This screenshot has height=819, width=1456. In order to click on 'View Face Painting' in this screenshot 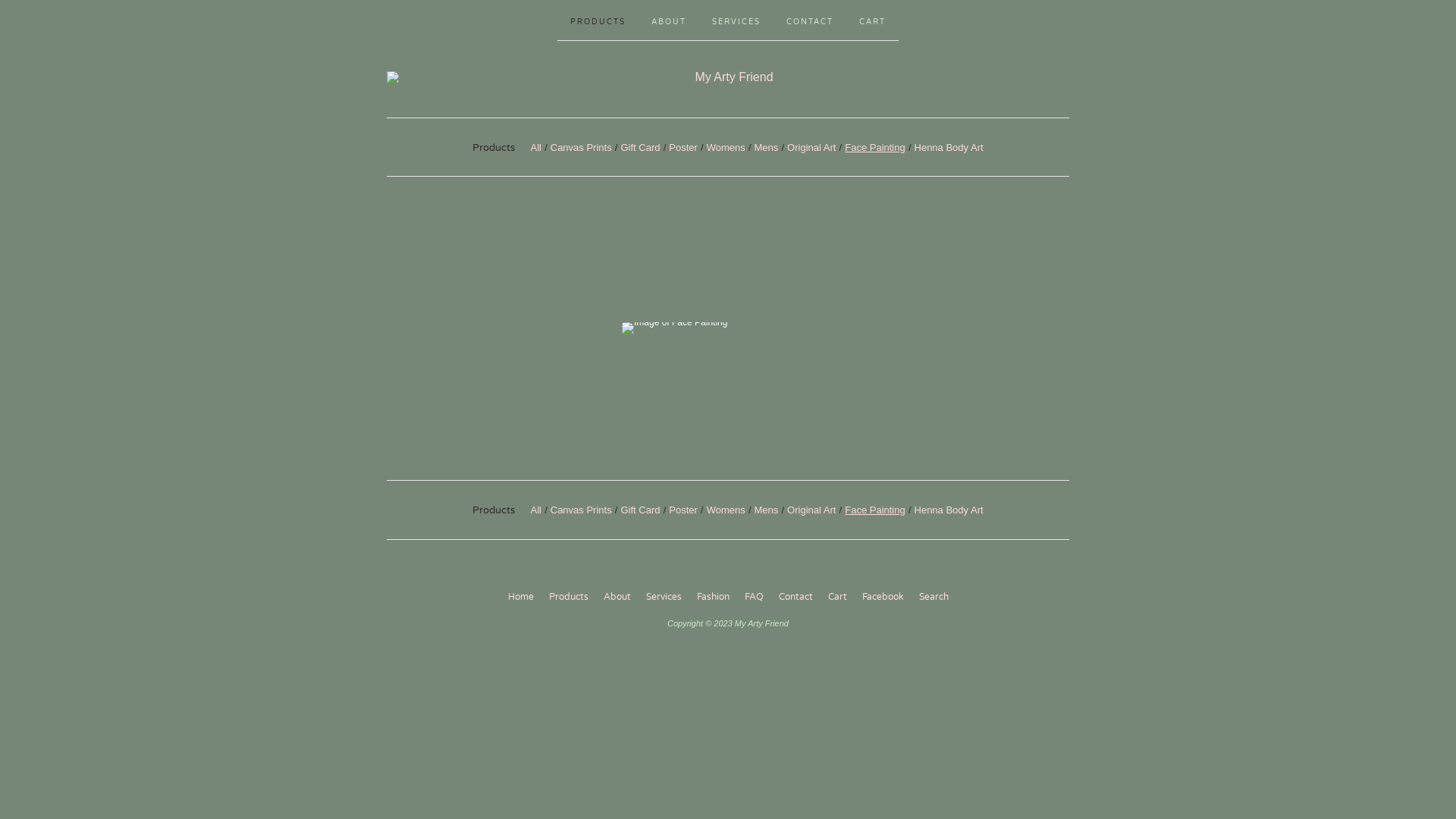, I will do `click(728, 327)`.